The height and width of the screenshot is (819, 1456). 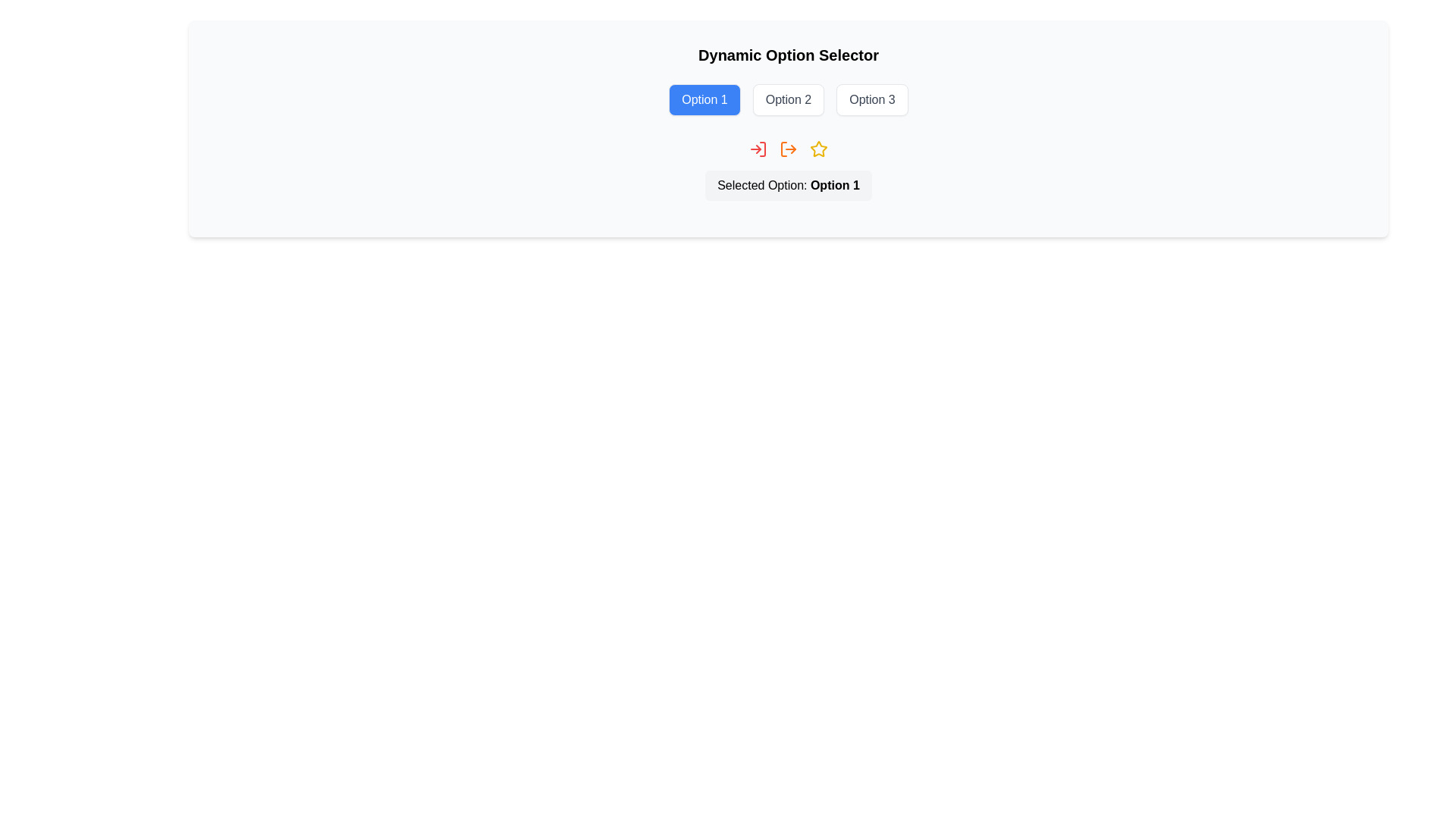 What do you see at coordinates (834, 184) in the screenshot?
I see `the Text label that indicates the currently selected option, which is located to the right of 'Selected Option:' in the lower part of the active area` at bounding box center [834, 184].